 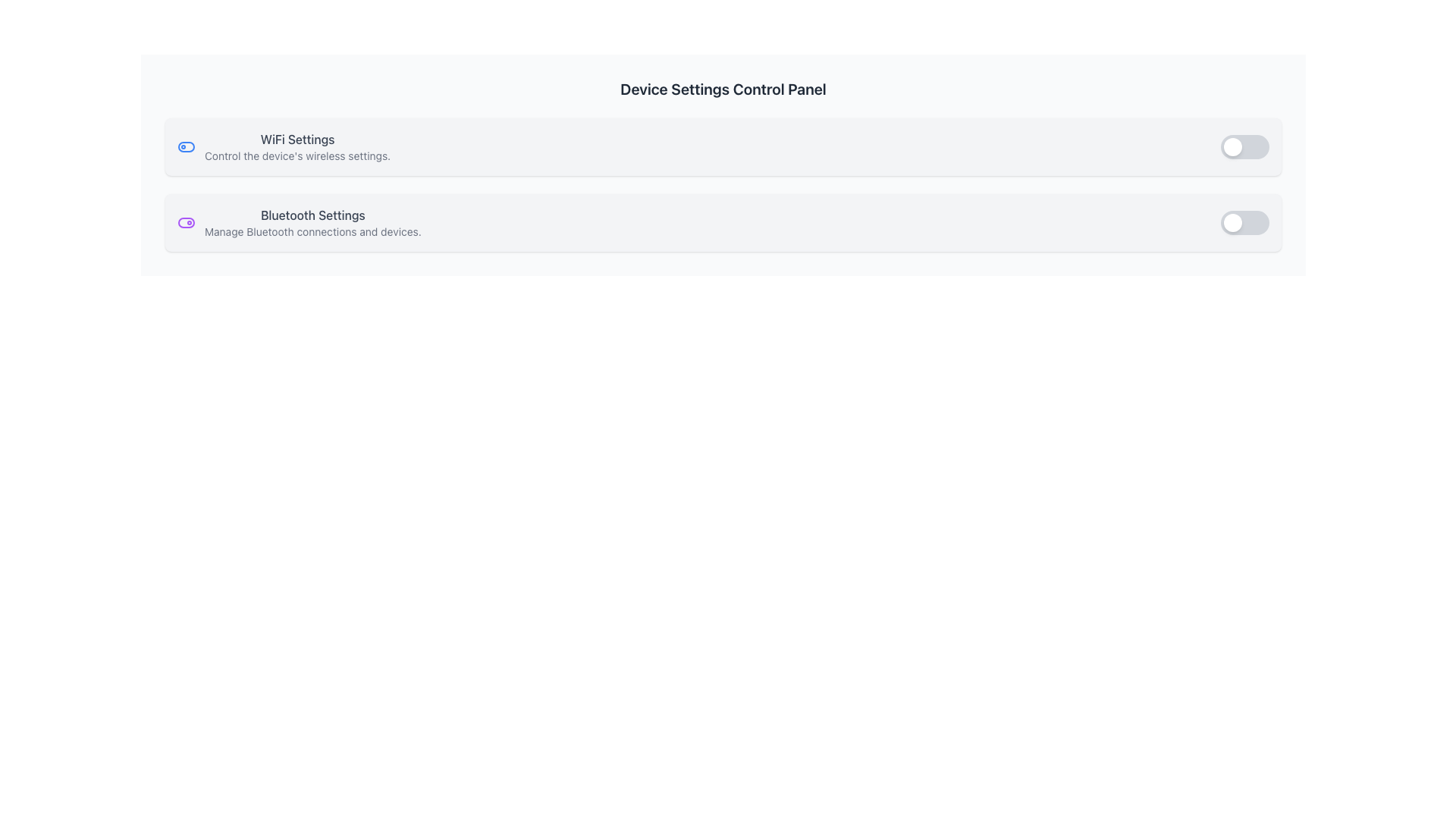 I want to click on the static text label that provides supplementary information for the Bluetooth settings section, located directly below the 'Bluetooth Settings' heading, so click(x=312, y=231).